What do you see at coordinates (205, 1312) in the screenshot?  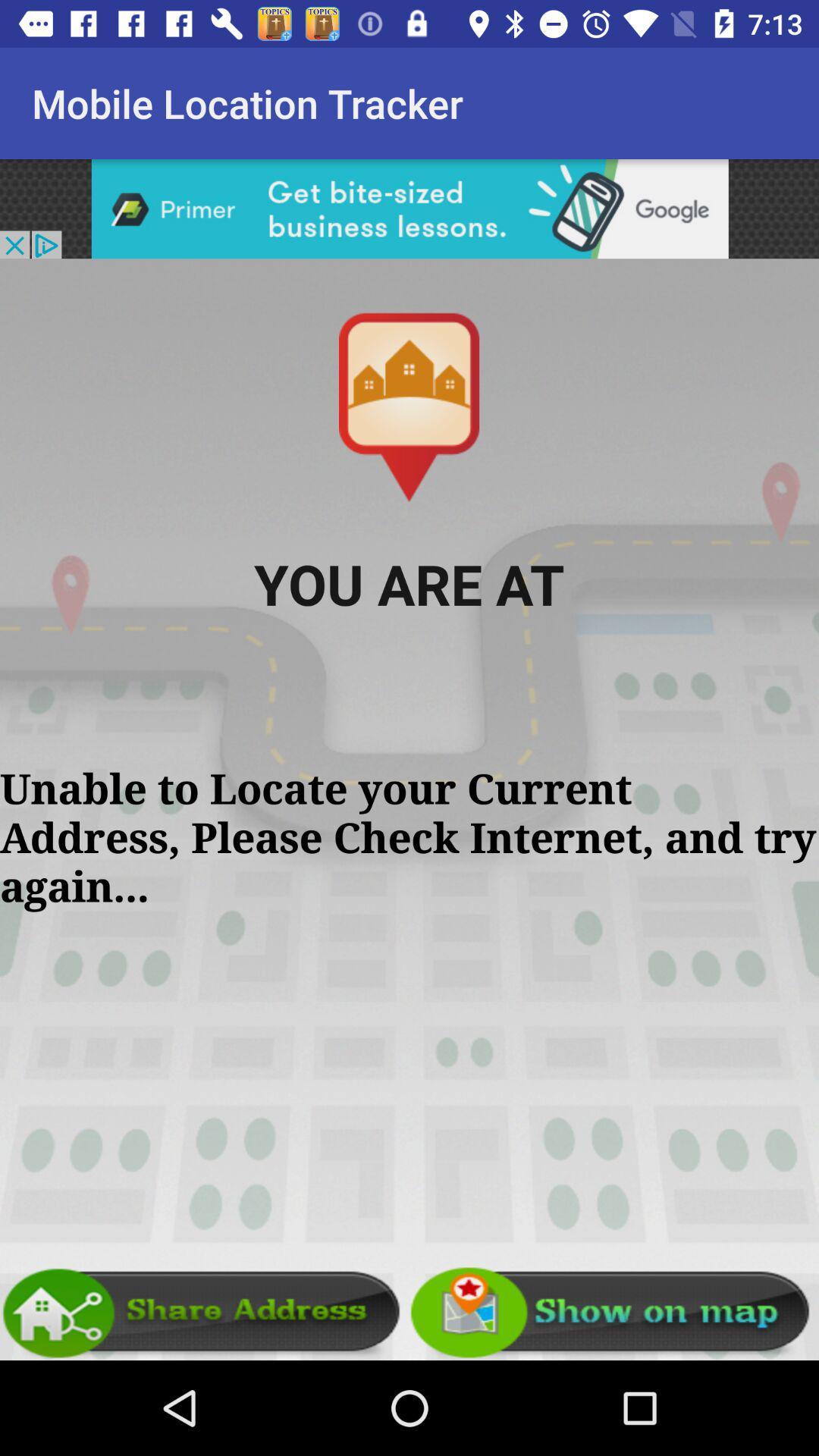 I see `share address` at bounding box center [205, 1312].